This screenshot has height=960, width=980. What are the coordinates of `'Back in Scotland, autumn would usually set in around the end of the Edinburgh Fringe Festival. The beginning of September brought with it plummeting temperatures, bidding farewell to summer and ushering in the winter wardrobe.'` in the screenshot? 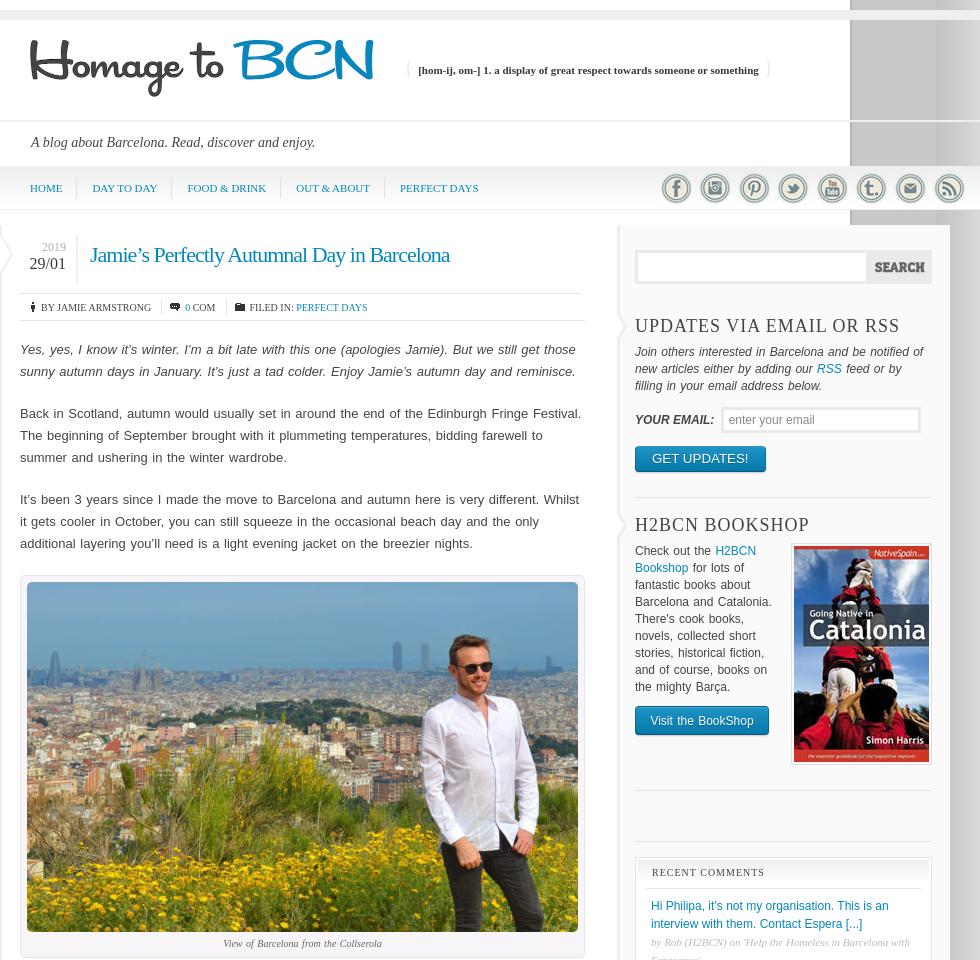 It's located at (300, 435).